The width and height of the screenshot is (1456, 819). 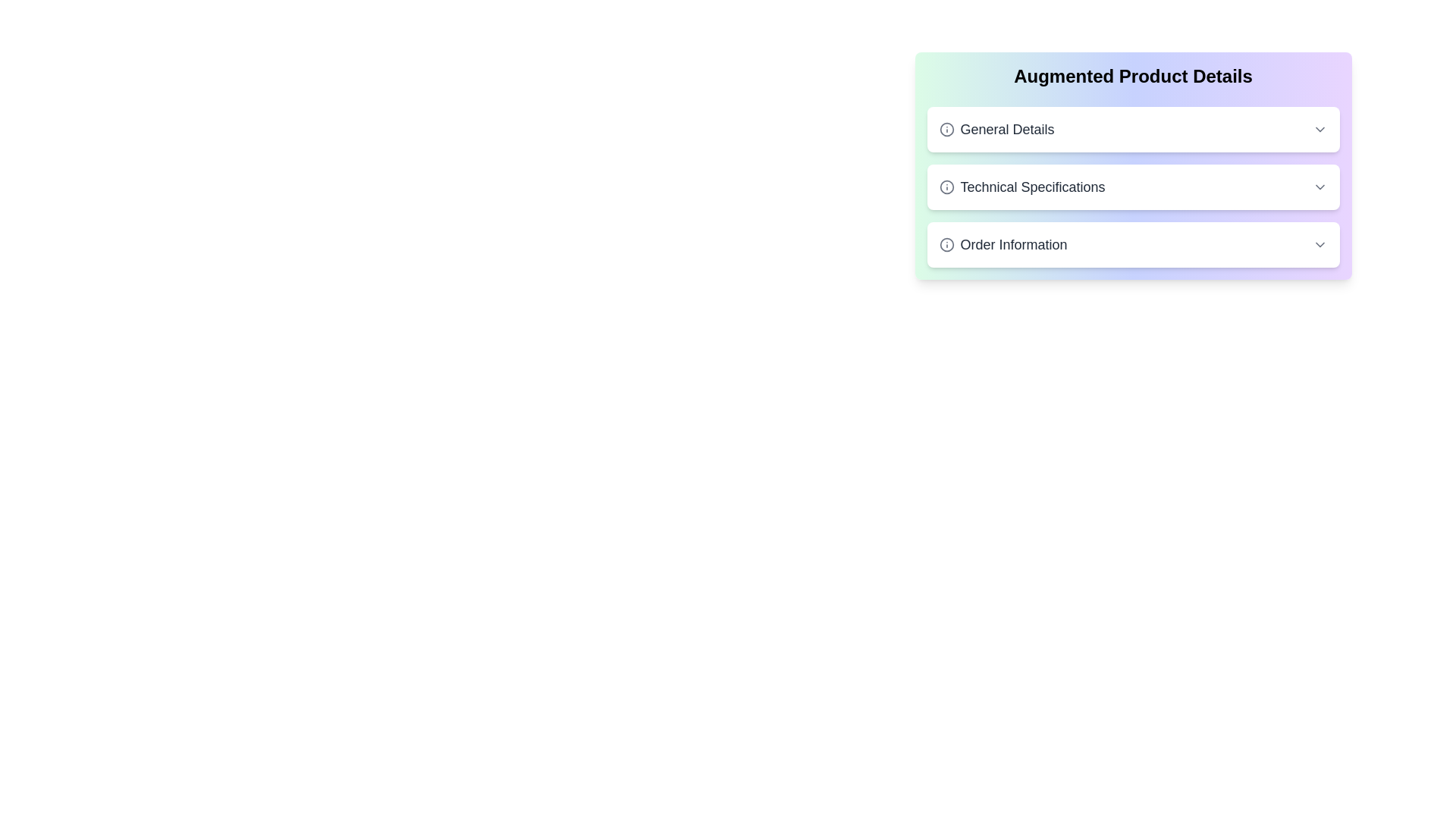 I want to click on the heading text element at the top of the card that indicates the section's purpose, so click(x=1133, y=76).